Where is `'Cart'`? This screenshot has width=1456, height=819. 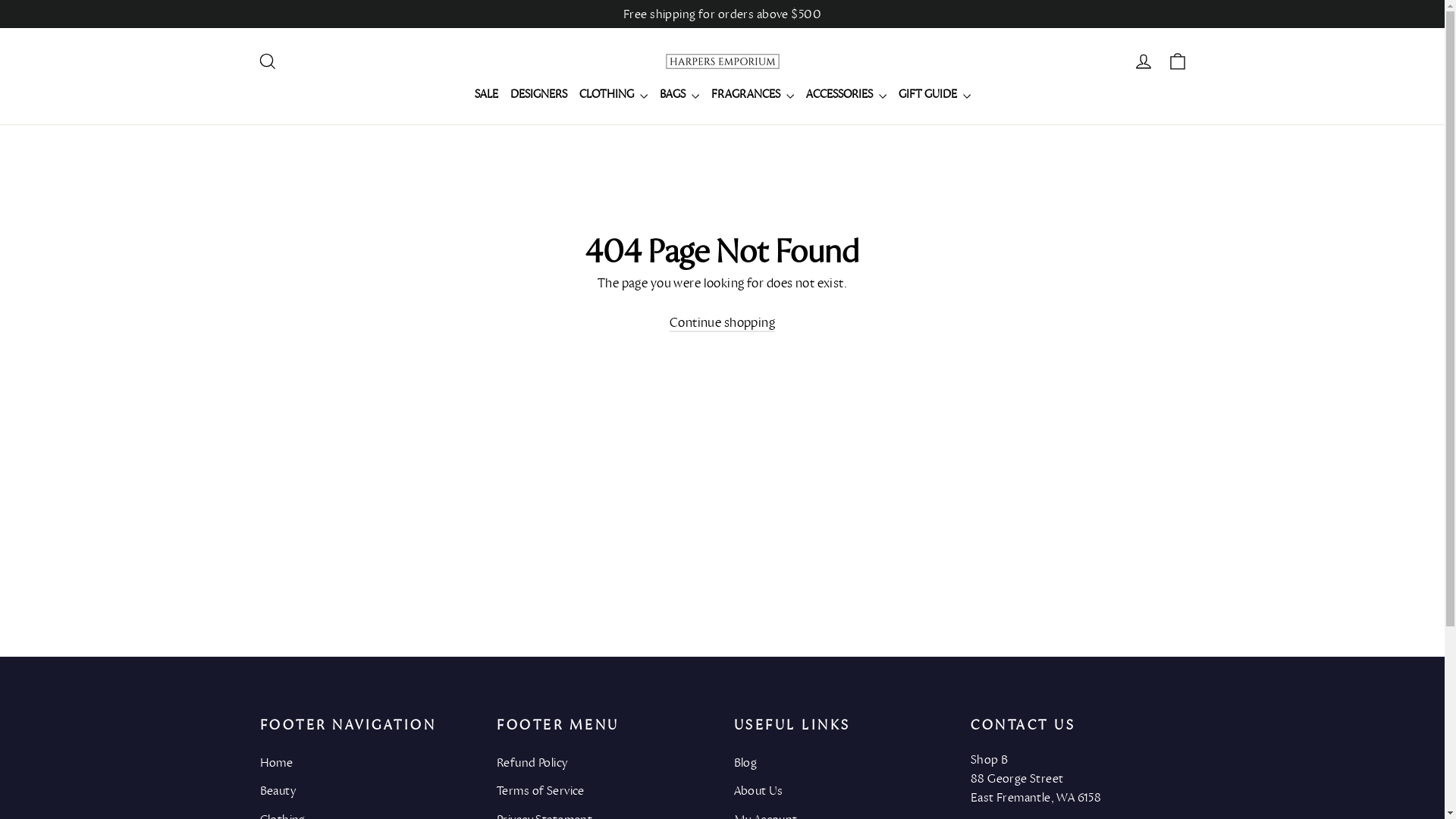
'Cart' is located at coordinates (1175, 61).